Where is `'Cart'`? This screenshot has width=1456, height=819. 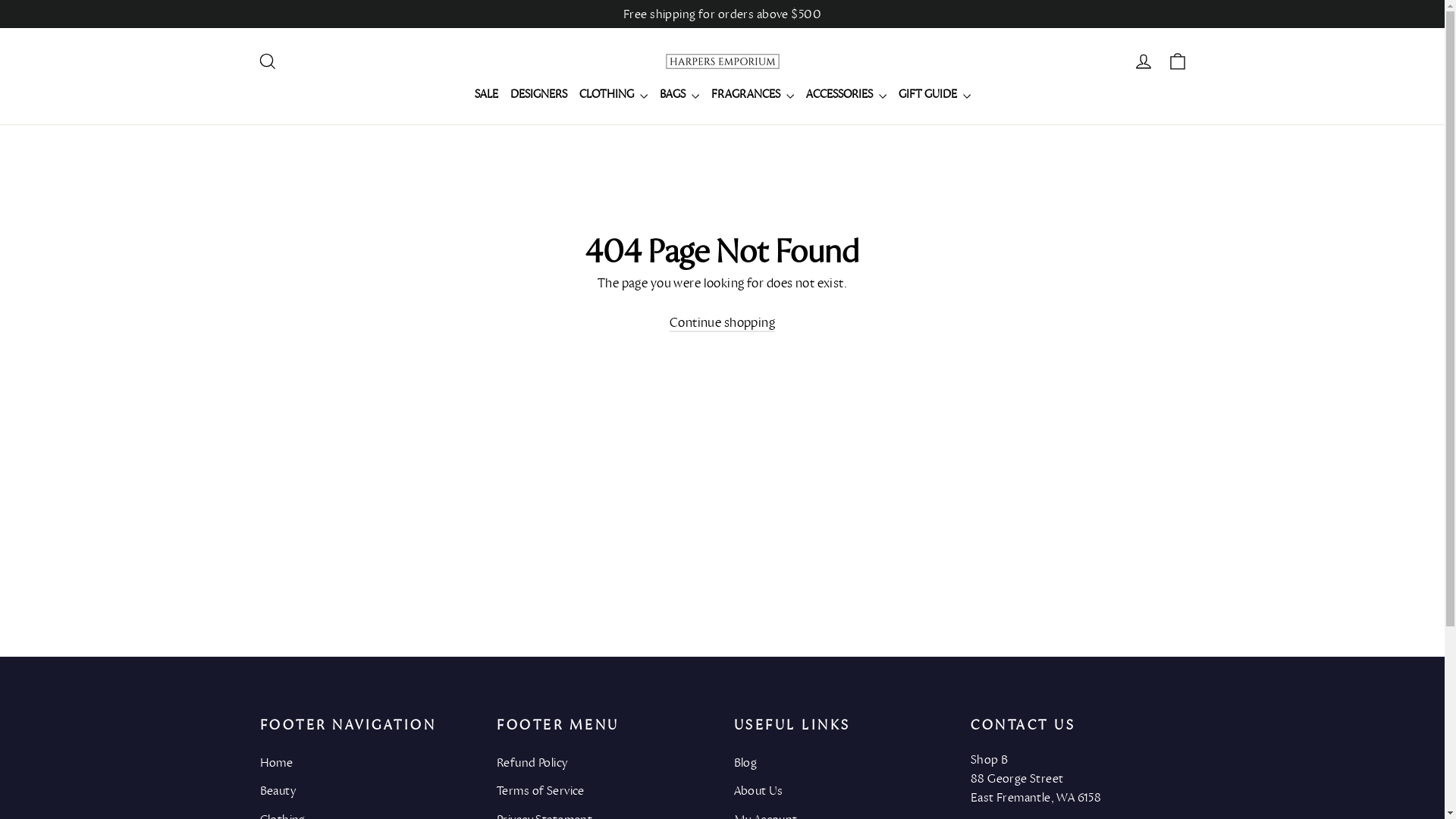
'Cart' is located at coordinates (1175, 61).